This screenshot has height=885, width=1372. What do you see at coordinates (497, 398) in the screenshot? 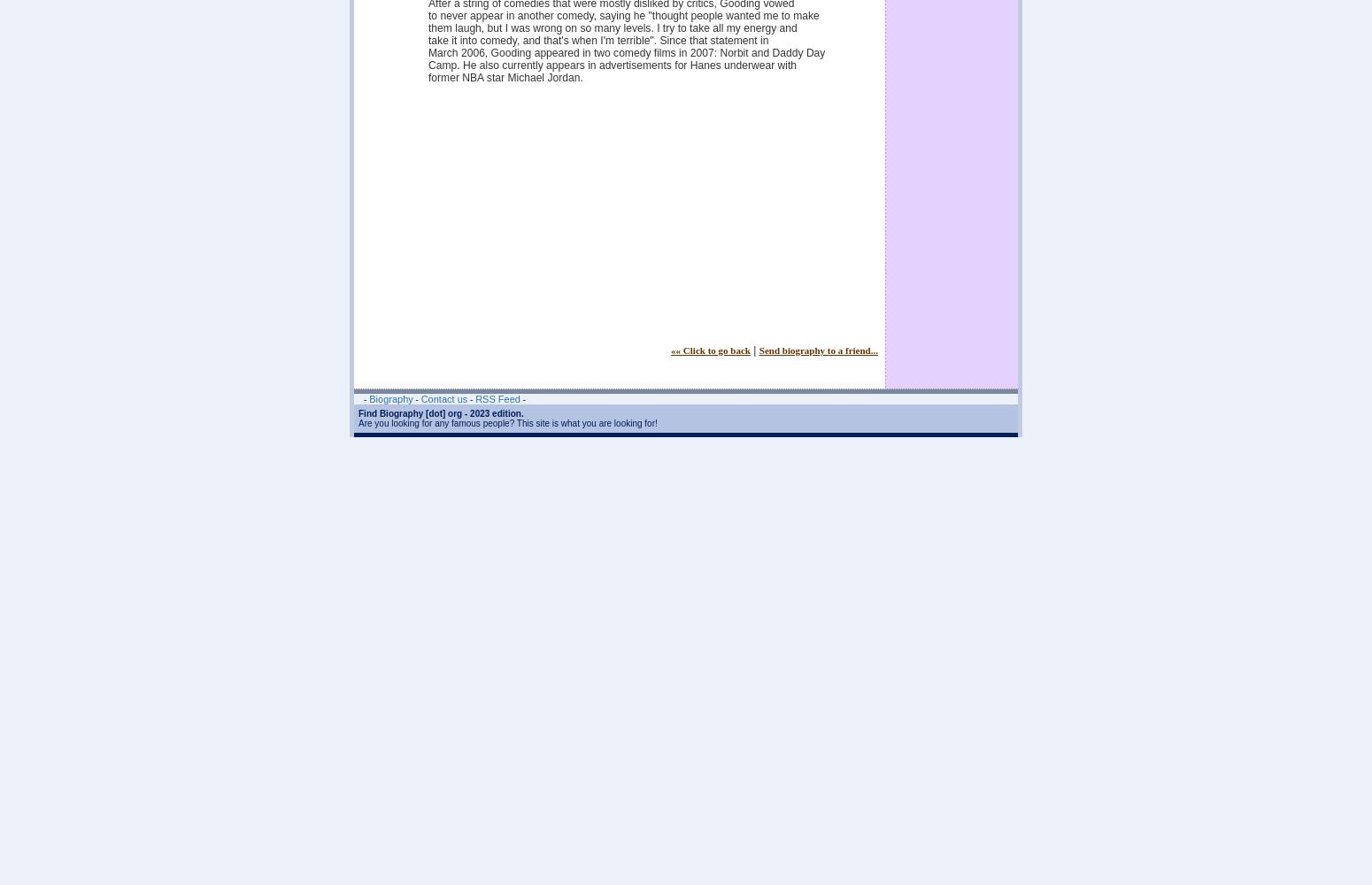
I see `'RSS Feed'` at bounding box center [497, 398].